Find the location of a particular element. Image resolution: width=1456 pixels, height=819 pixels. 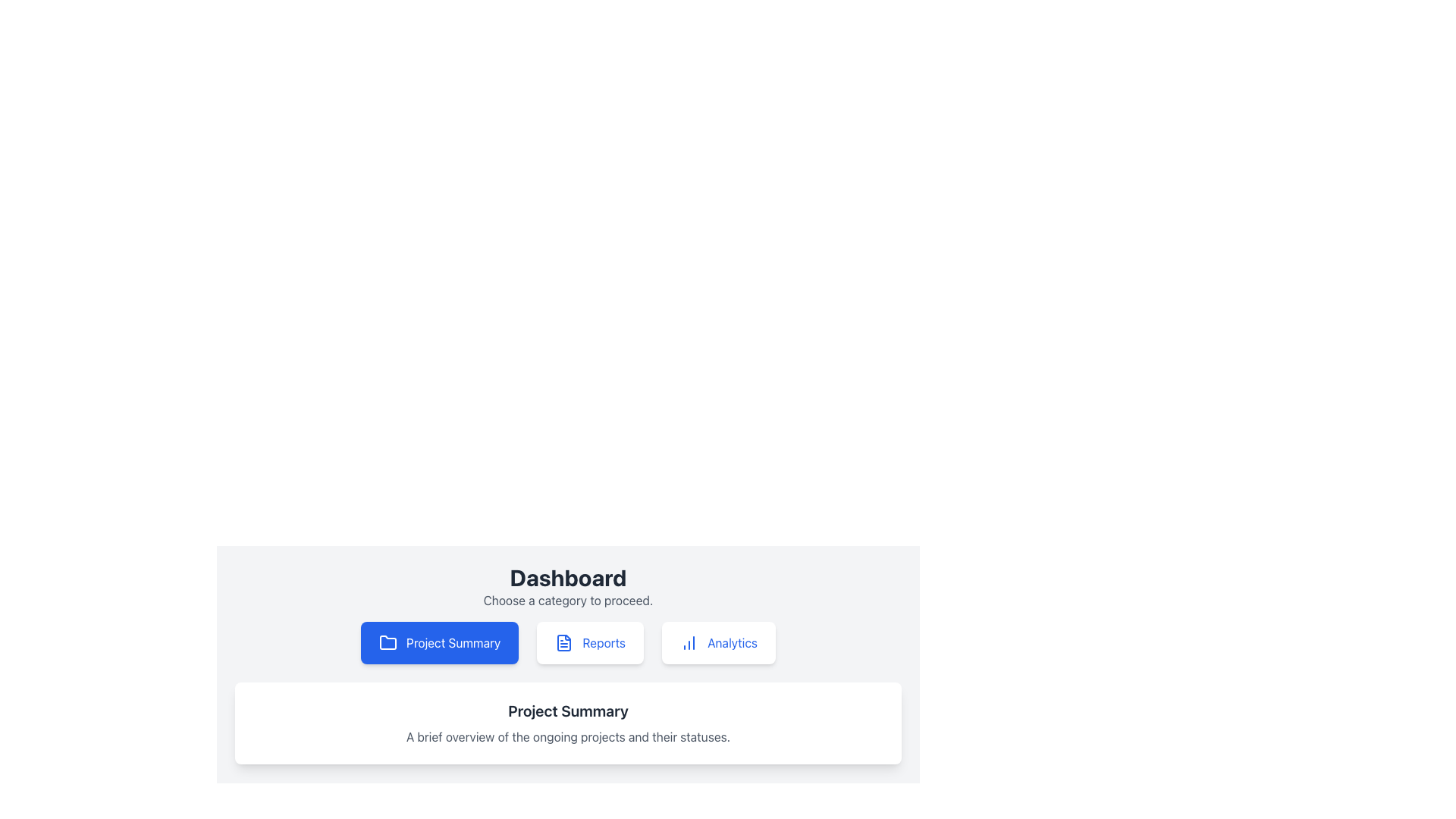

the 'Analytics' button, which is a rectangular button with a white background and blue text, located in the 'Dashboard' section is located at coordinates (718, 643).